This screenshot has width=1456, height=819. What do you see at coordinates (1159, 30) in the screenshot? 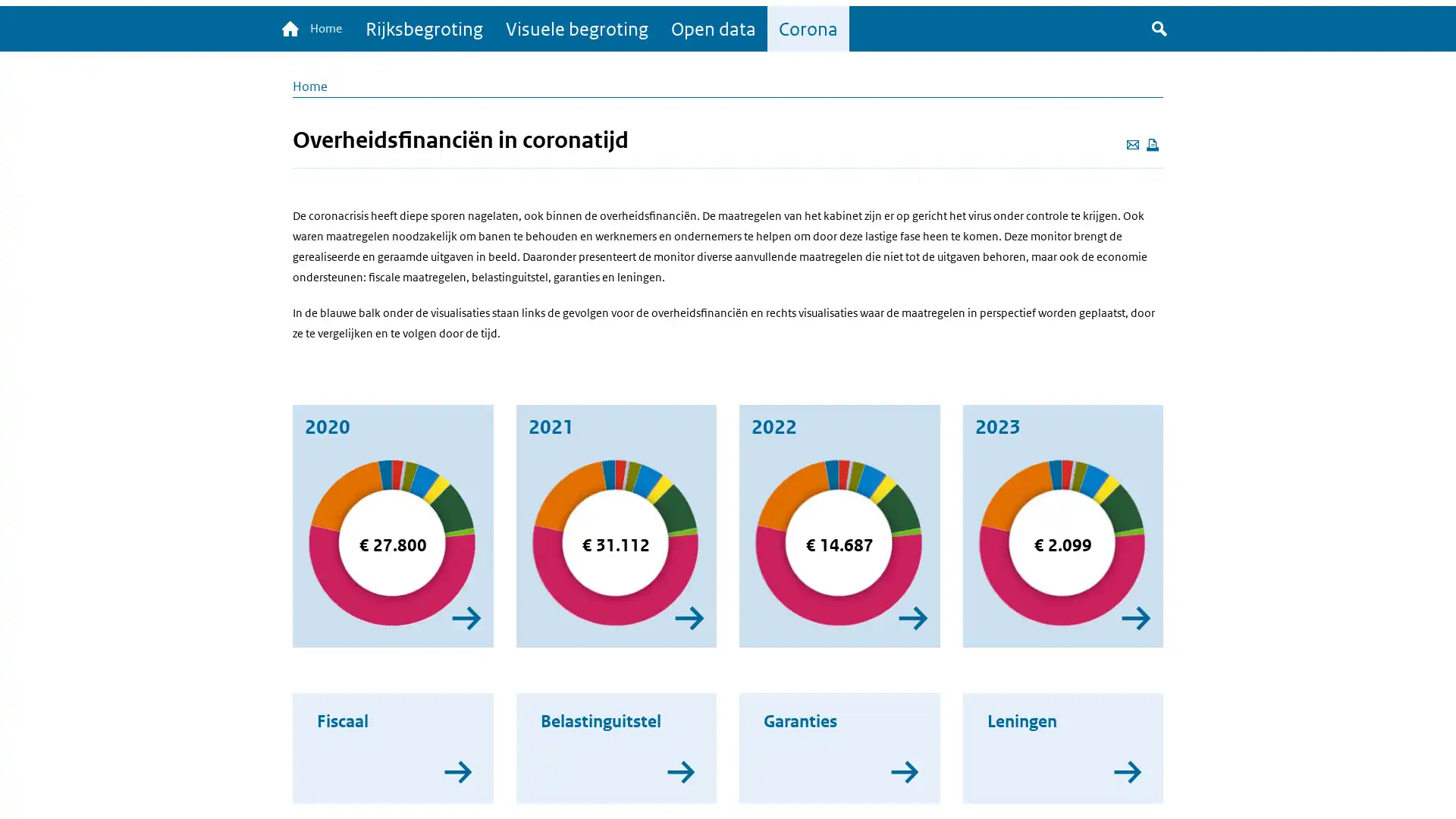
I see `Zoek` at bounding box center [1159, 30].